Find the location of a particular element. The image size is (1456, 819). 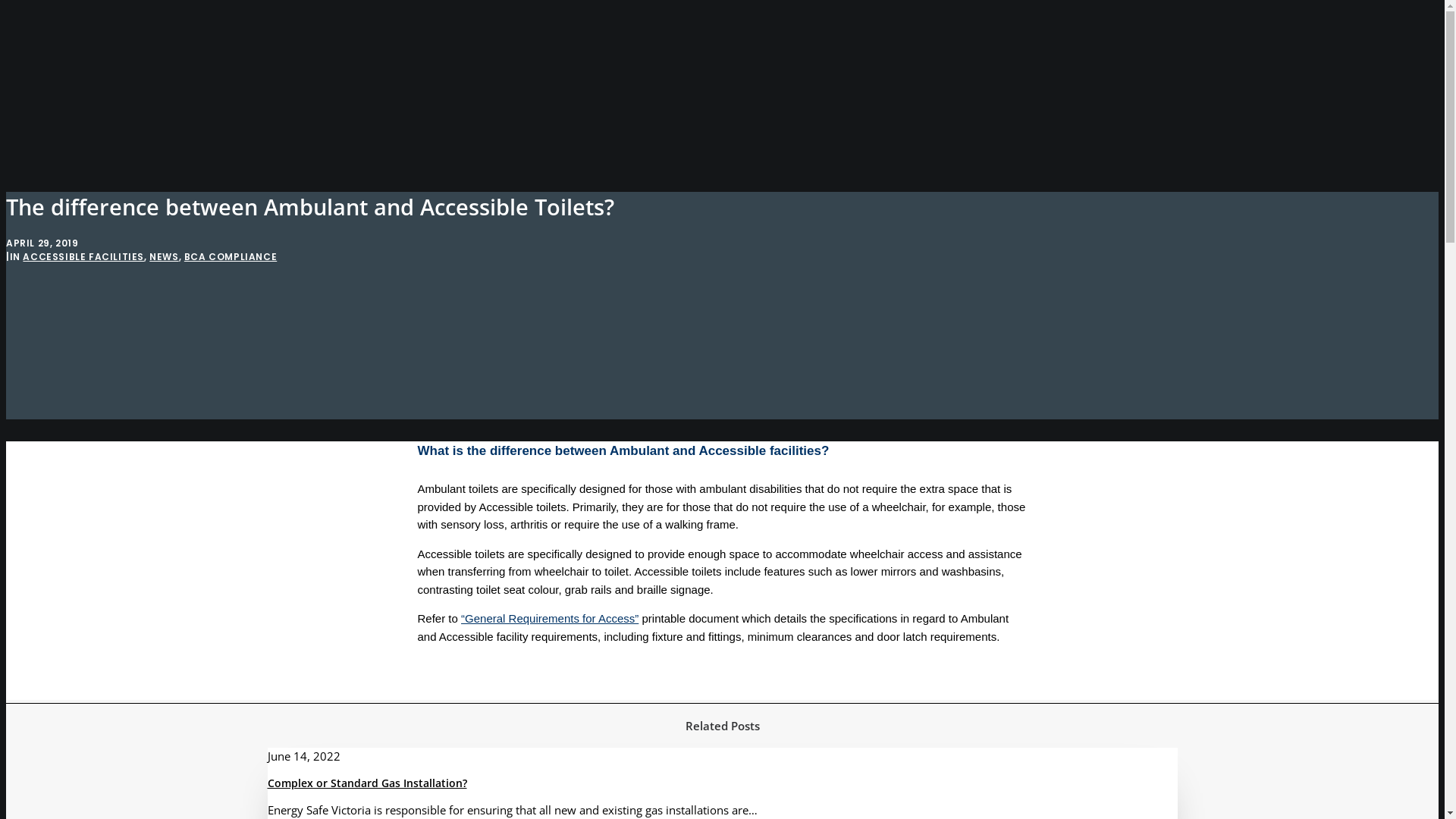

'BCA COMPLIANCE' is located at coordinates (184, 256).